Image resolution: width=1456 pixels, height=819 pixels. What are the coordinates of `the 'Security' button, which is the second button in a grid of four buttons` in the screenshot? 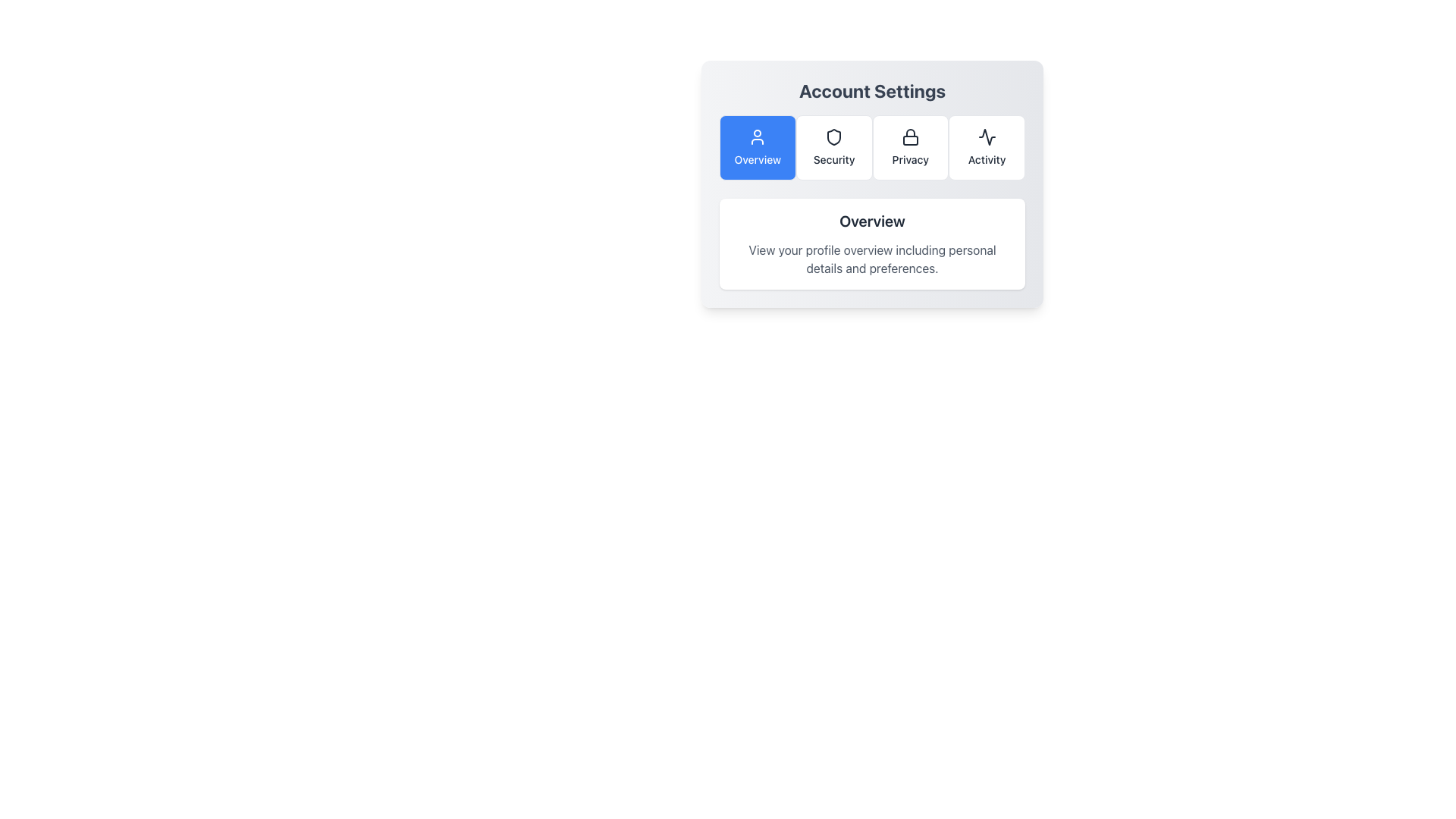 It's located at (833, 148).